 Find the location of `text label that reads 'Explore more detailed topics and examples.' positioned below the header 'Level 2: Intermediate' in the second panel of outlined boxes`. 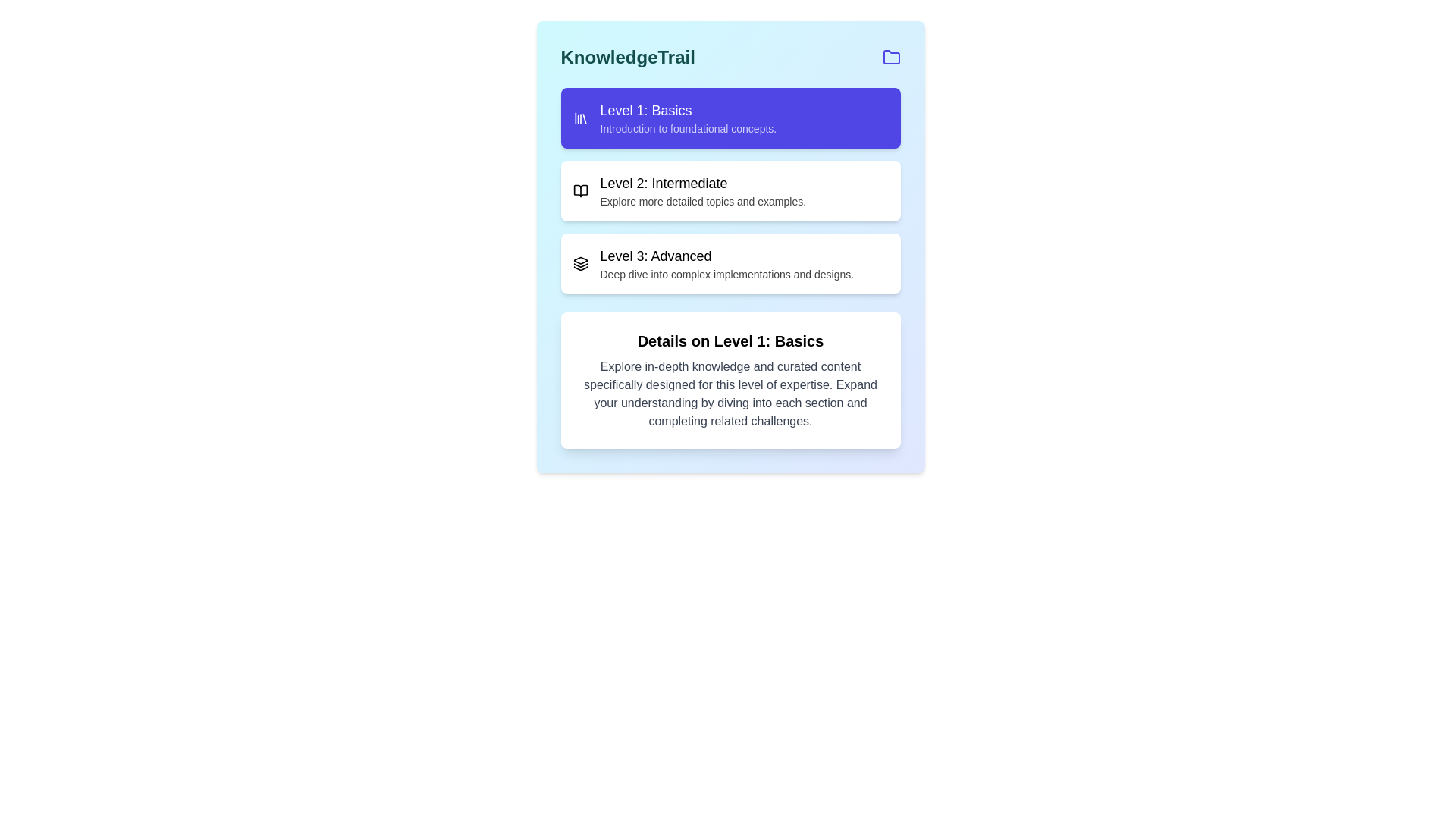

text label that reads 'Explore more detailed topics and examples.' positioned below the header 'Level 2: Intermediate' in the second panel of outlined boxes is located at coordinates (702, 201).